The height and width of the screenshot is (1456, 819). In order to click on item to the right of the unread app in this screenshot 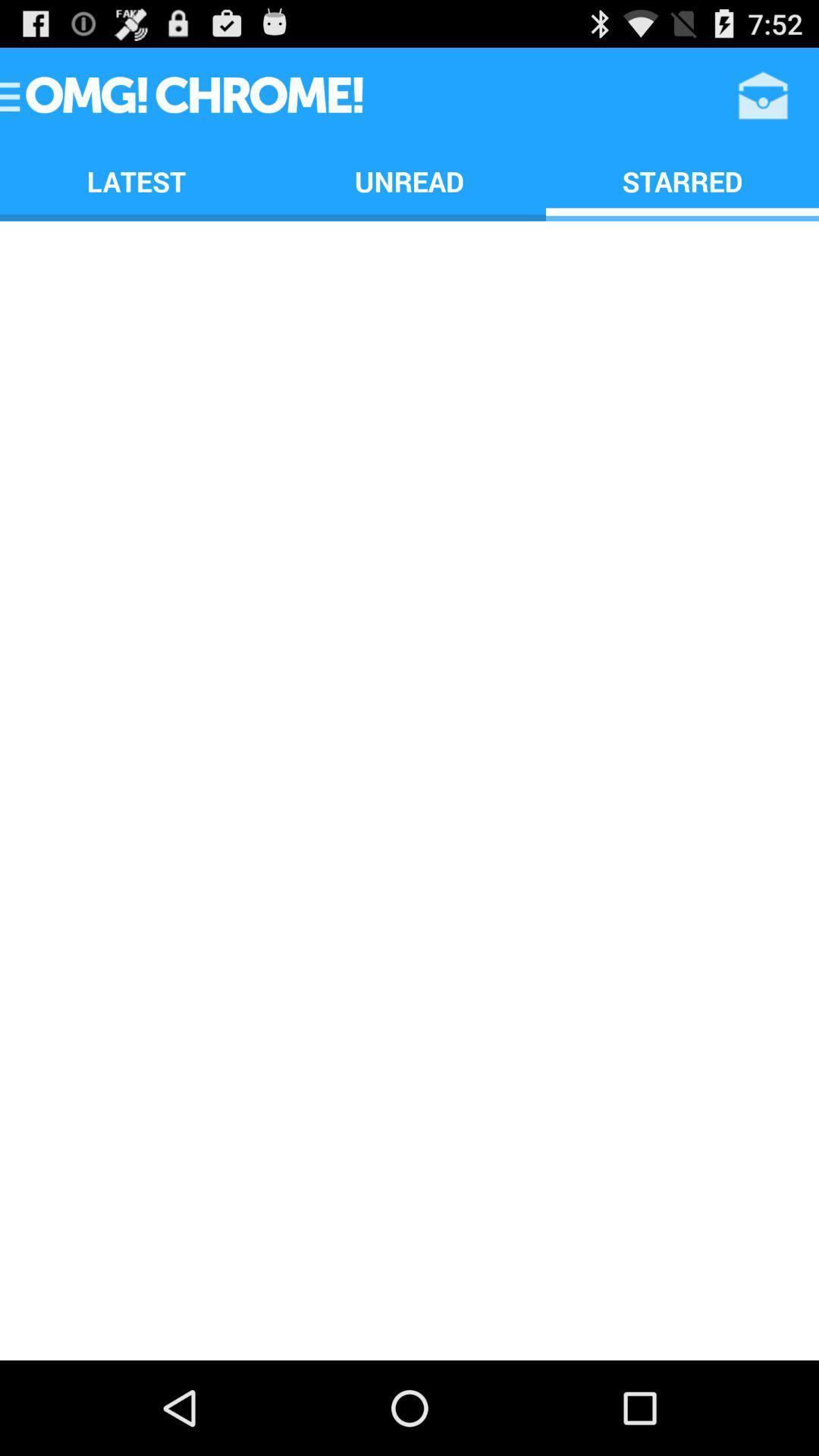, I will do `click(681, 181)`.